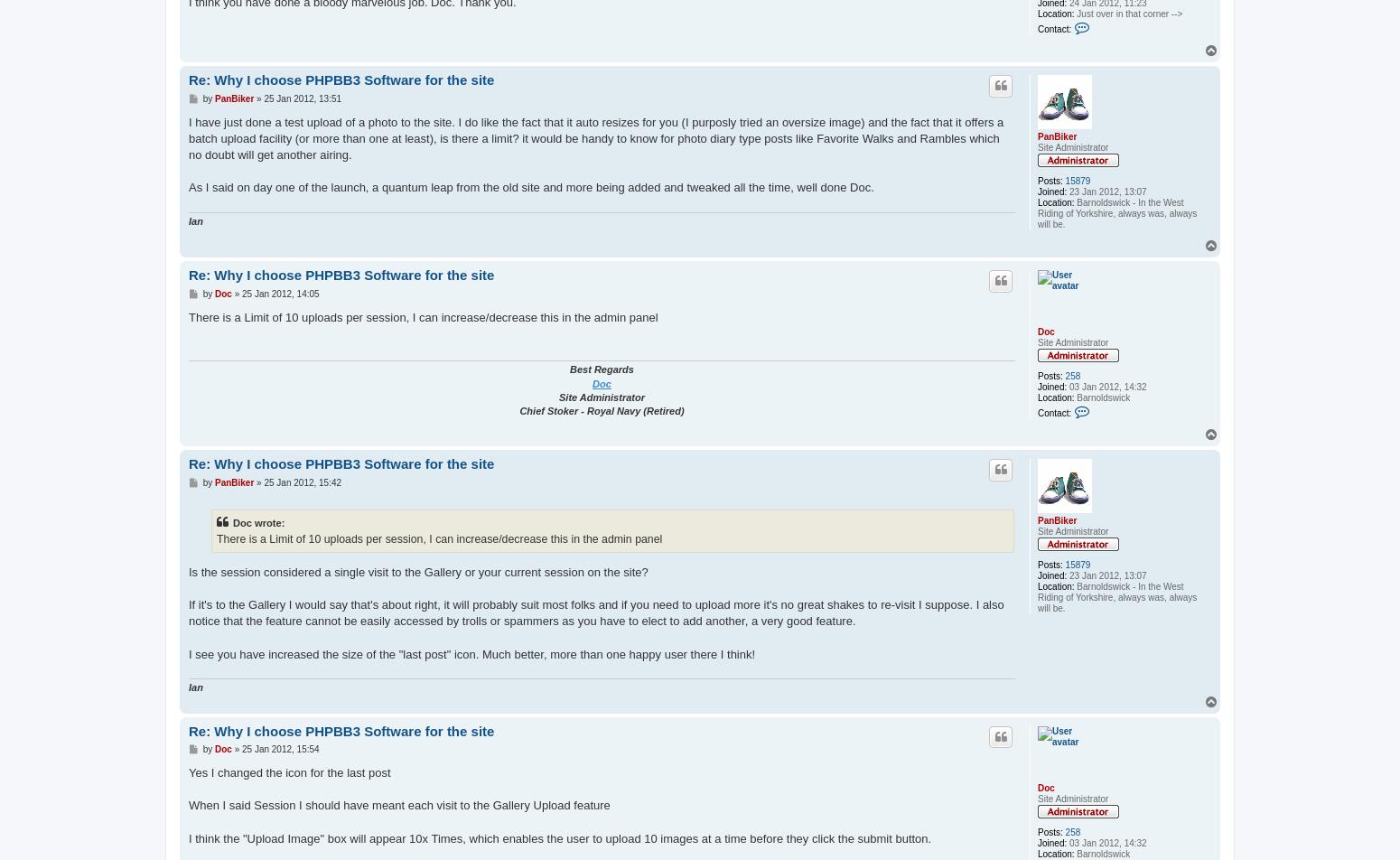 The width and height of the screenshot is (1400, 860). I want to click on 'Is the session considered a single visit to the Gallery or your current session on the site?', so click(417, 571).